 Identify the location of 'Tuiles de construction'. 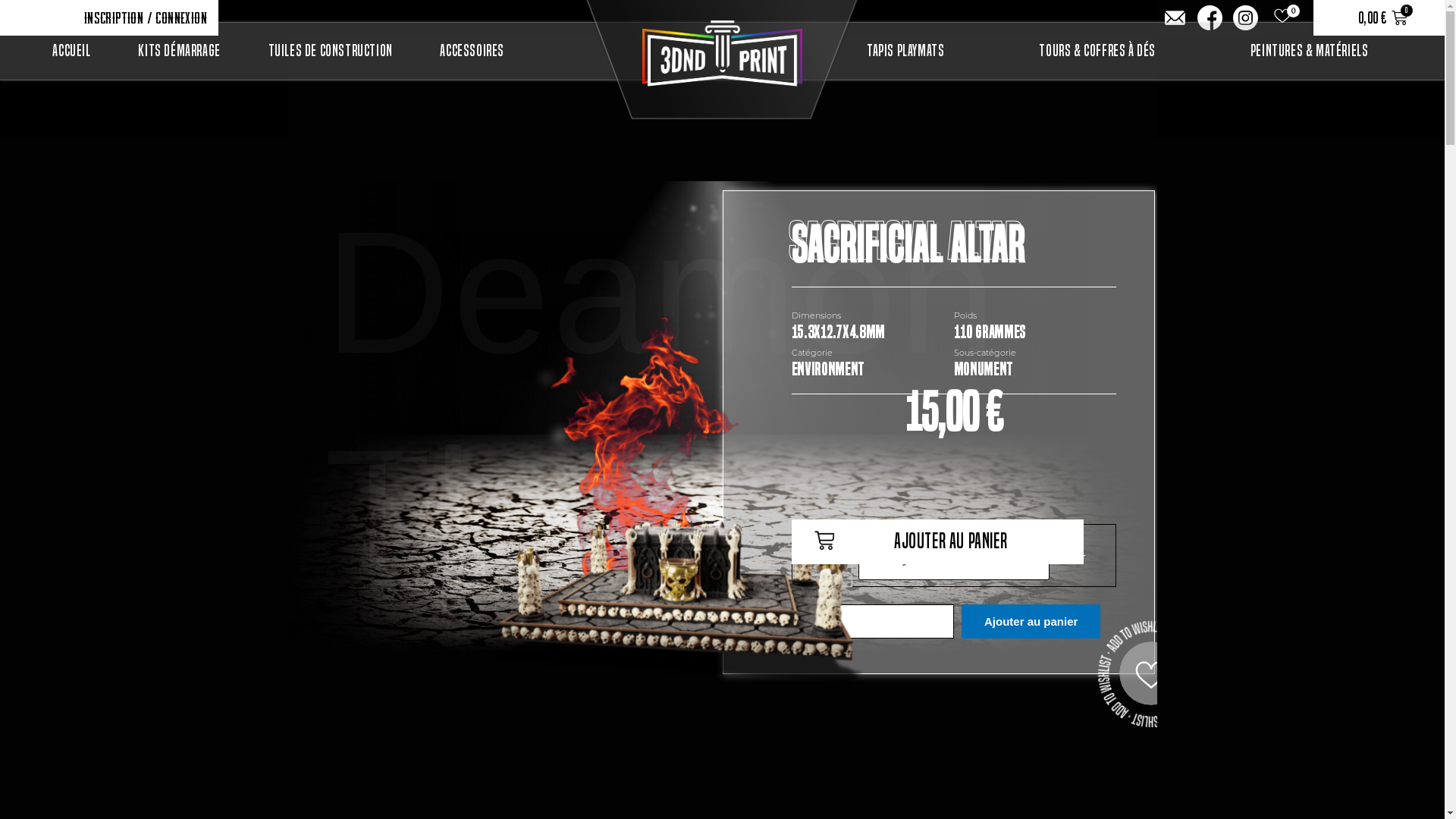
(243, 49).